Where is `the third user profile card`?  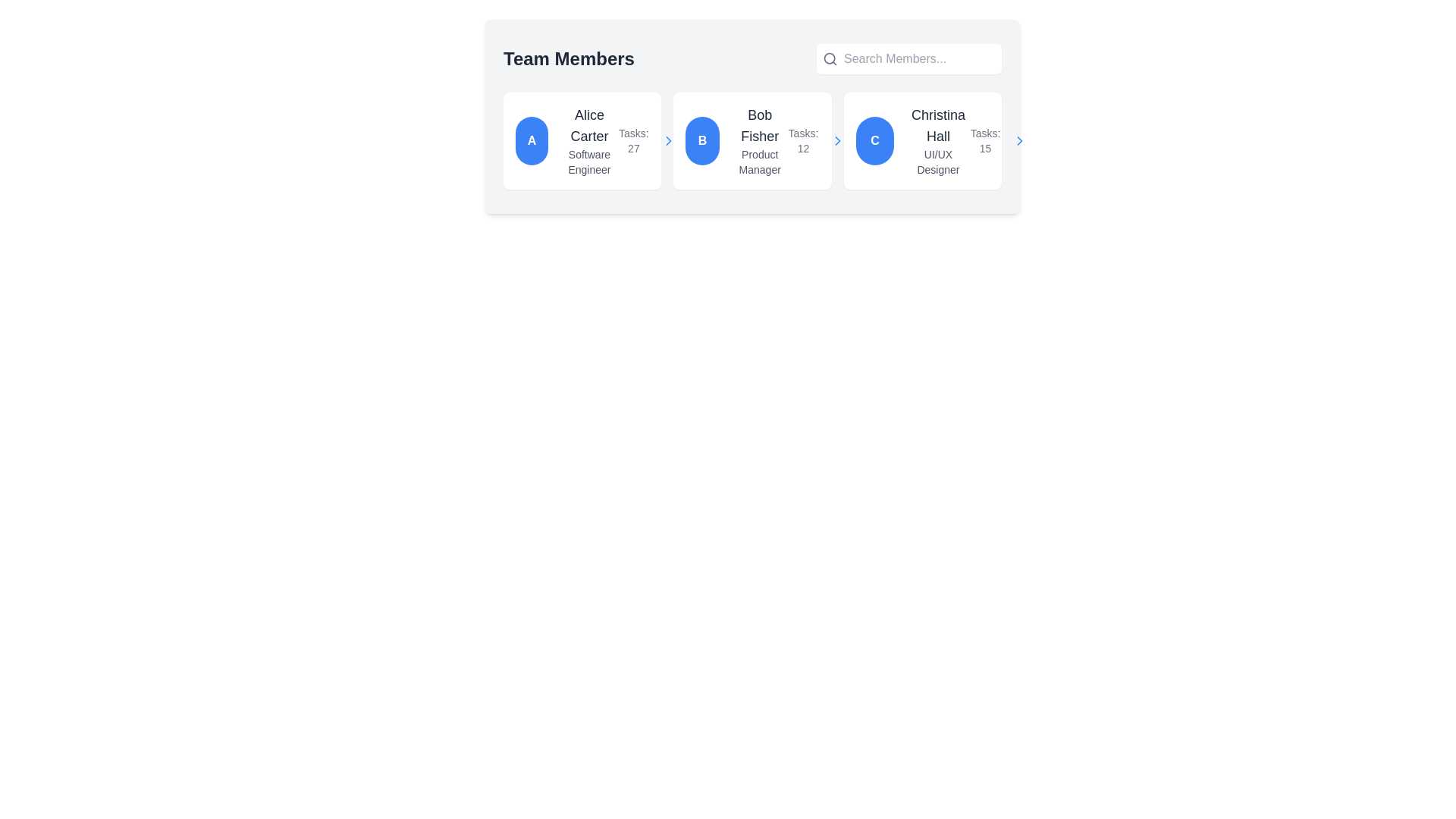 the third user profile card is located at coordinates (921, 140).